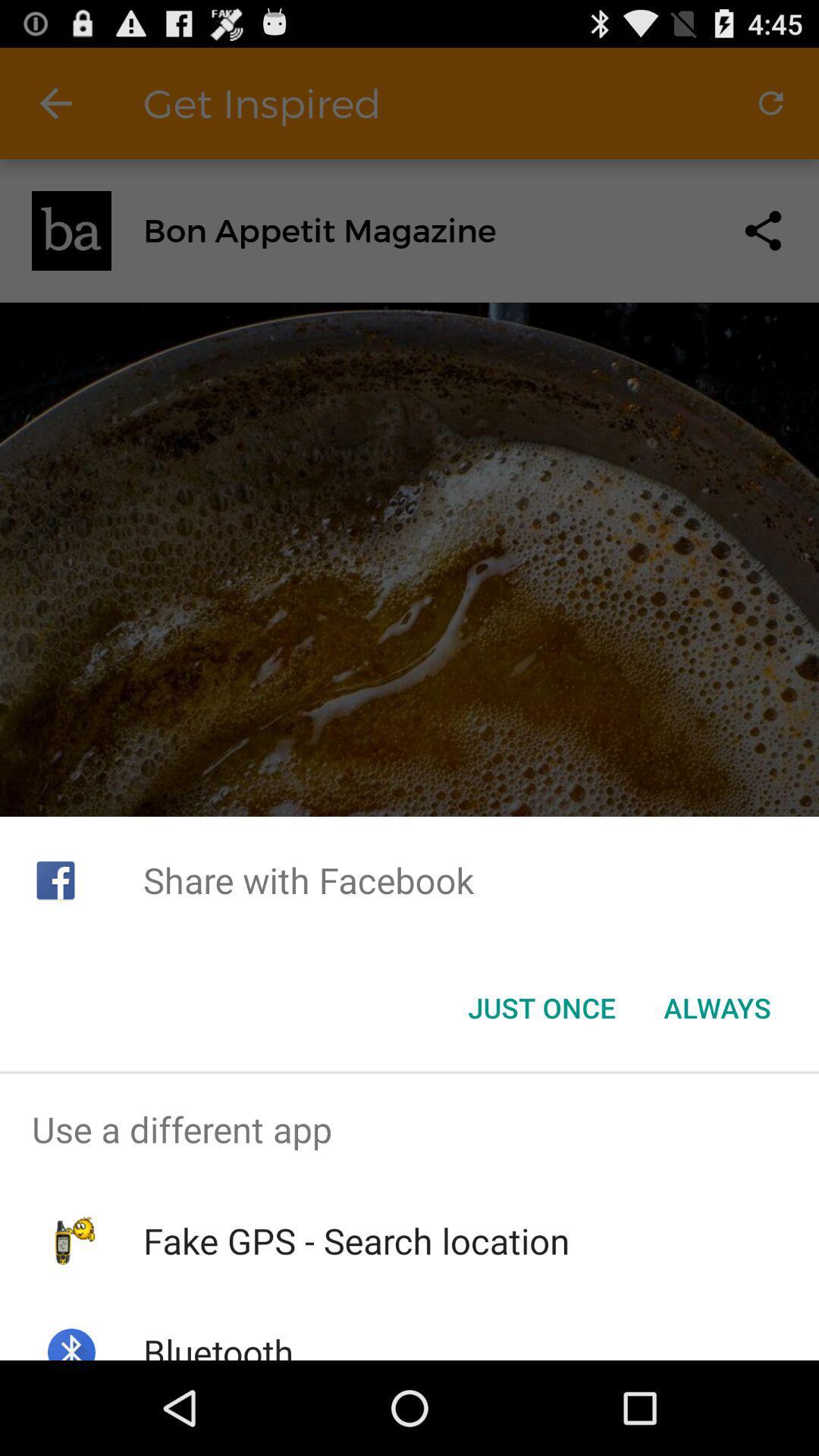 Image resolution: width=819 pixels, height=1456 pixels. I want to click on the icon below the share with facebook app, so click(717, 1008).